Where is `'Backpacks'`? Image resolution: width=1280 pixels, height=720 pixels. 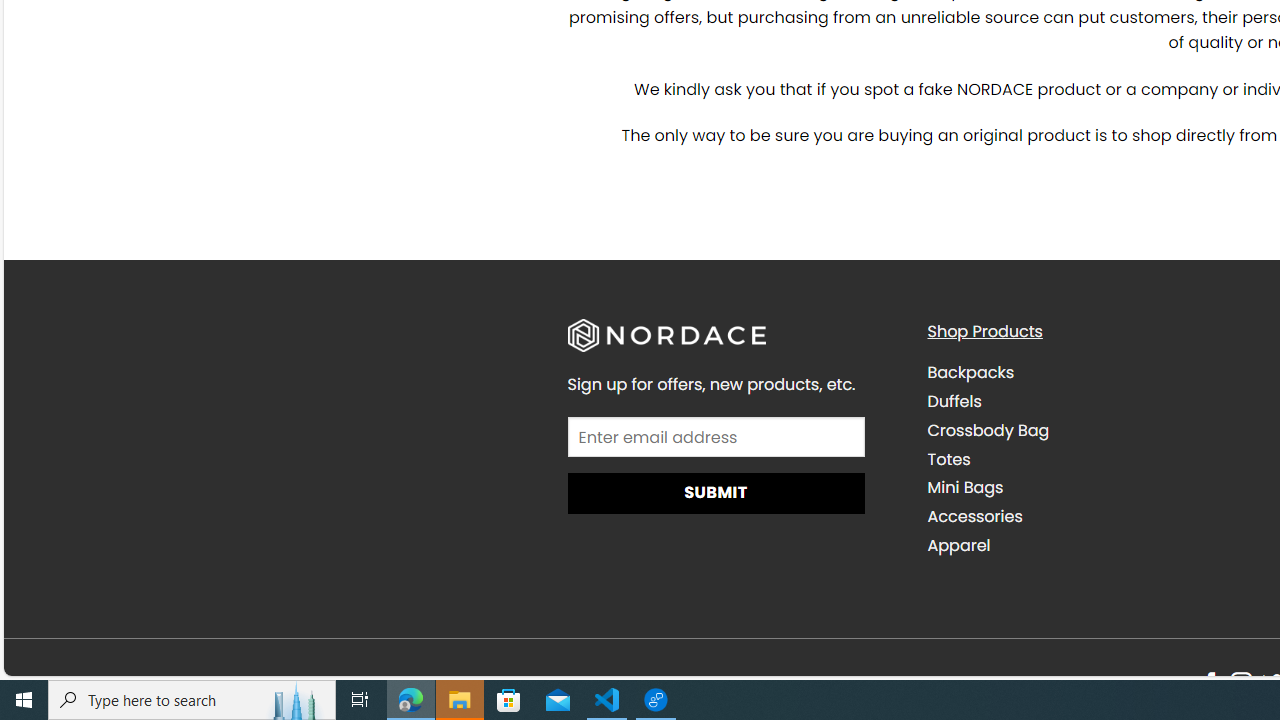 'Backpacks' is located at coordinates (1091, 372).